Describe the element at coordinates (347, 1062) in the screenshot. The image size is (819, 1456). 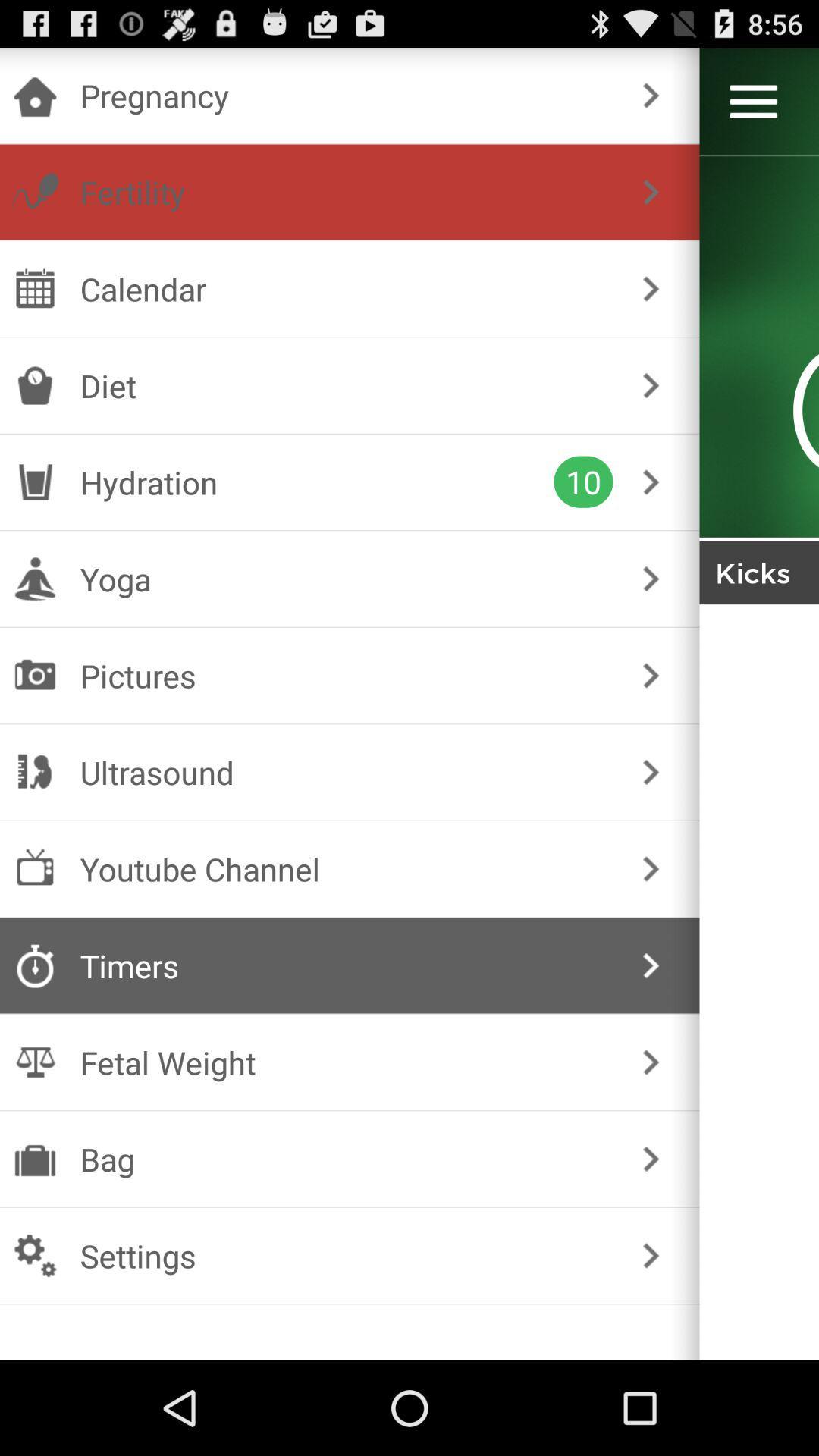
I see `the fetal weight icon` at that location.